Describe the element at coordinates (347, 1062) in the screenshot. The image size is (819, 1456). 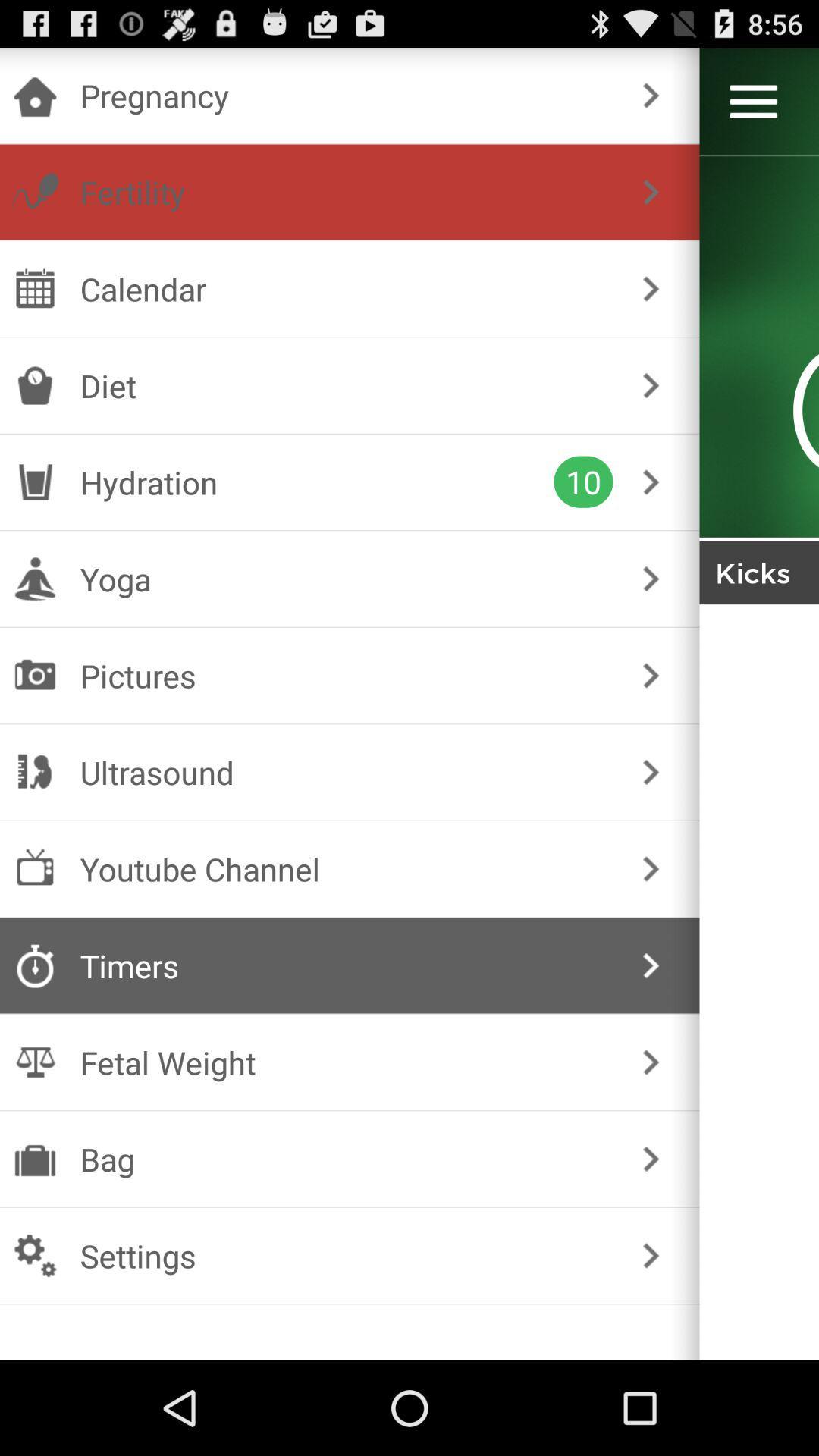
I see `the fetal weight icon` at that location.